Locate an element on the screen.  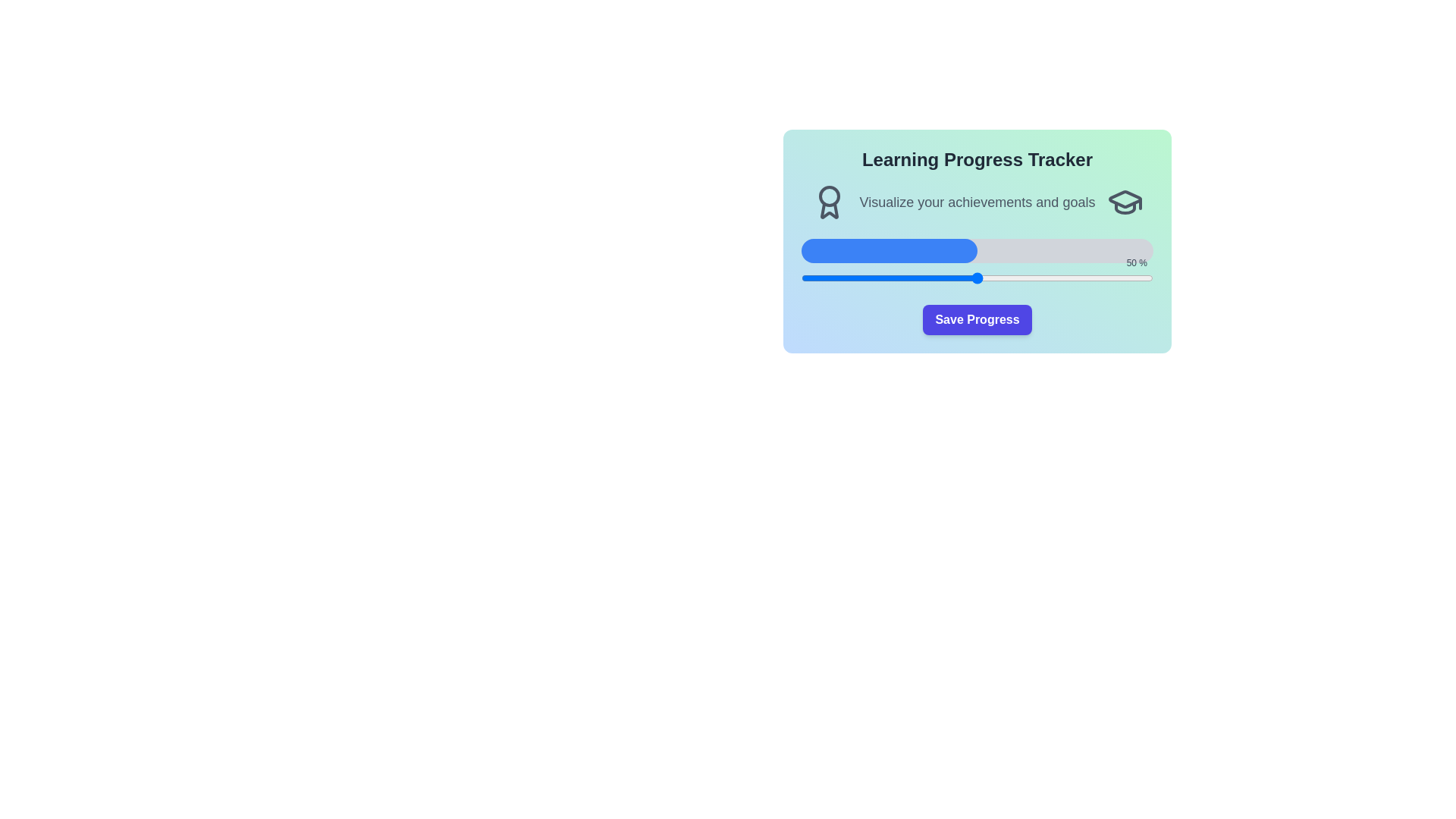
the progress slider to 98% is located at coordinates (1146, 278).